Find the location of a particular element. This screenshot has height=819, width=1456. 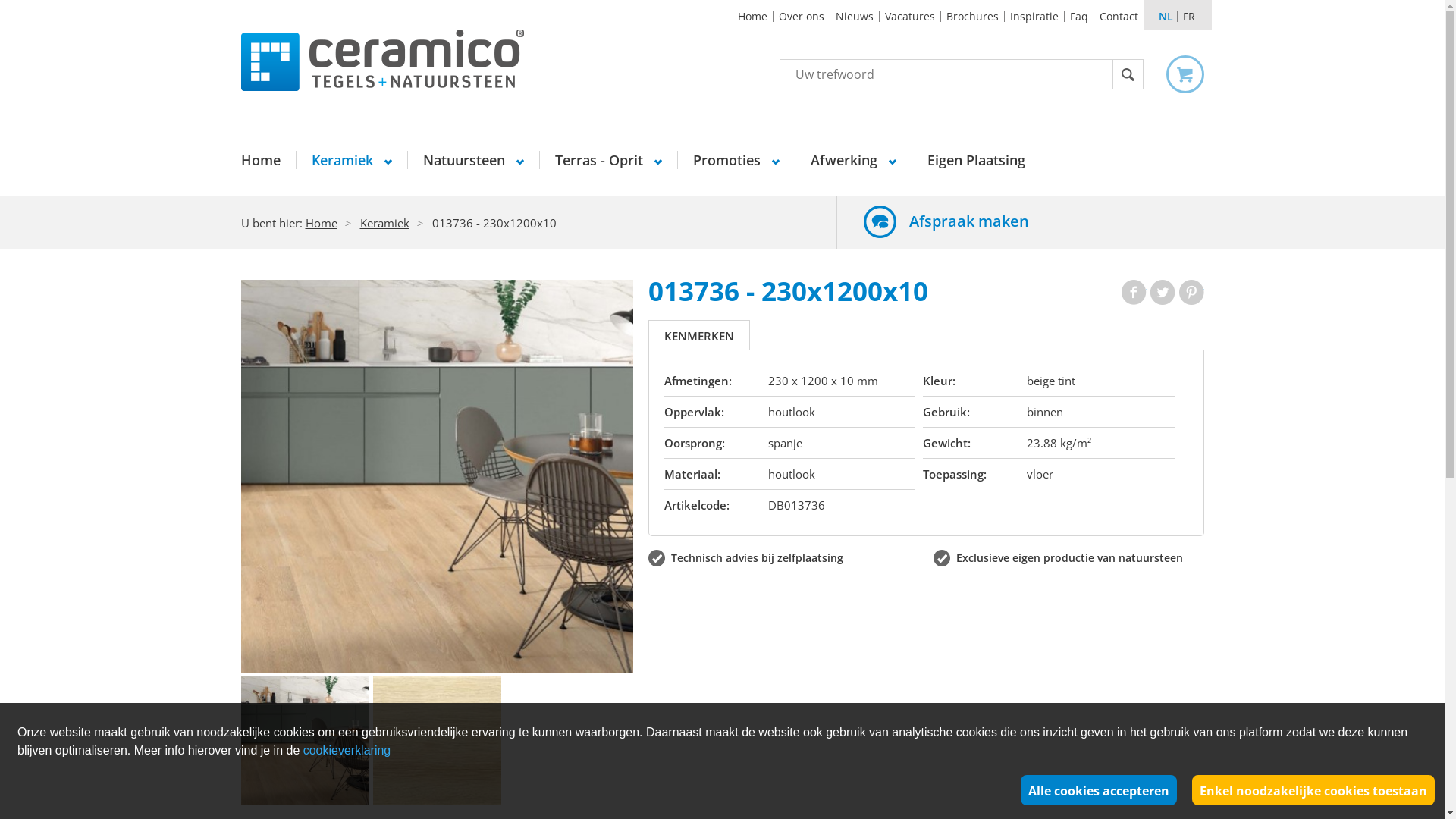

'Natuursteen' is located at coordinates (472, 160).